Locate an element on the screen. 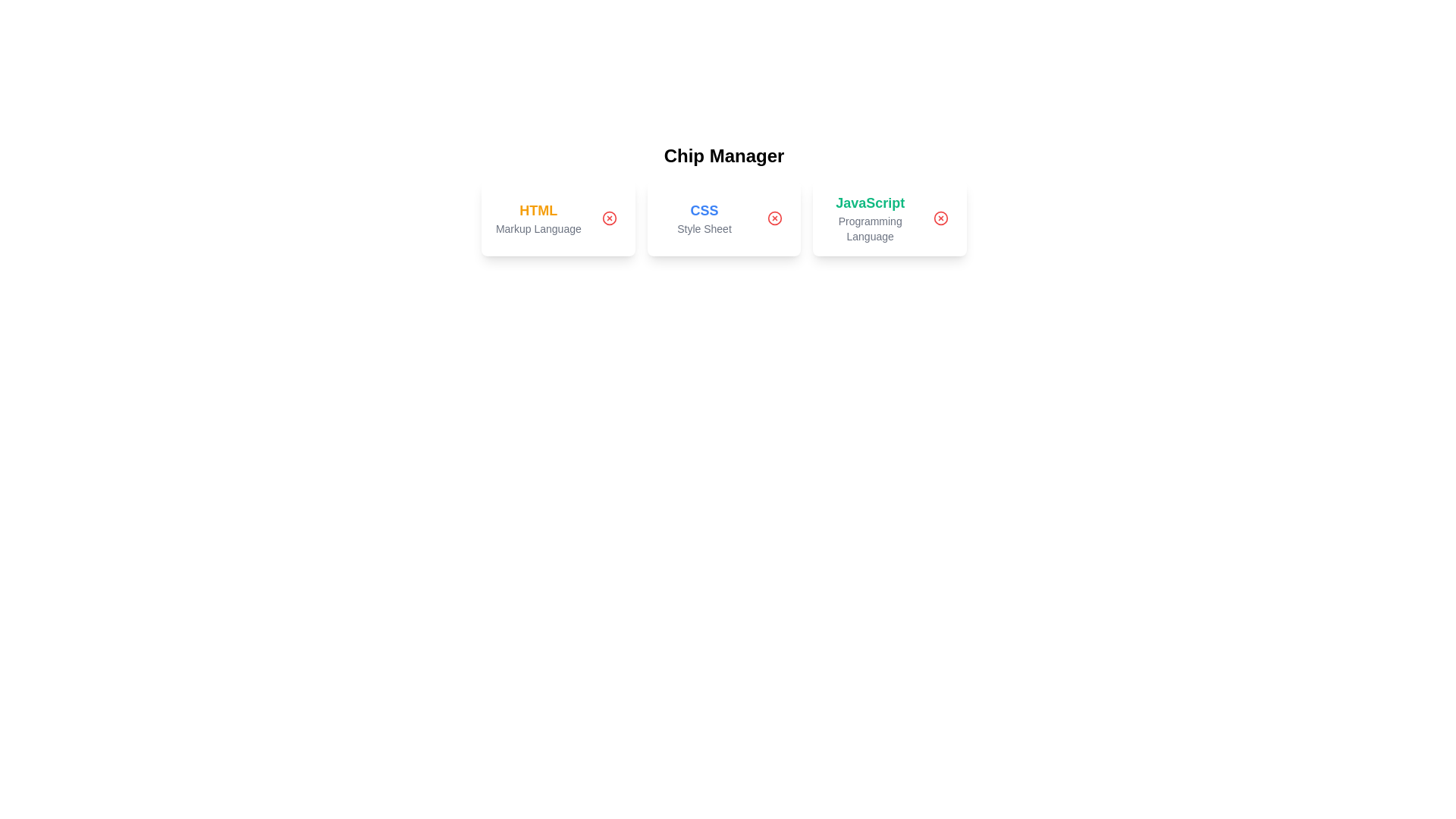 This screenshot has height=819, width=1456. the delete button of the chip labeled CSS is located at coordinates (775, 218).